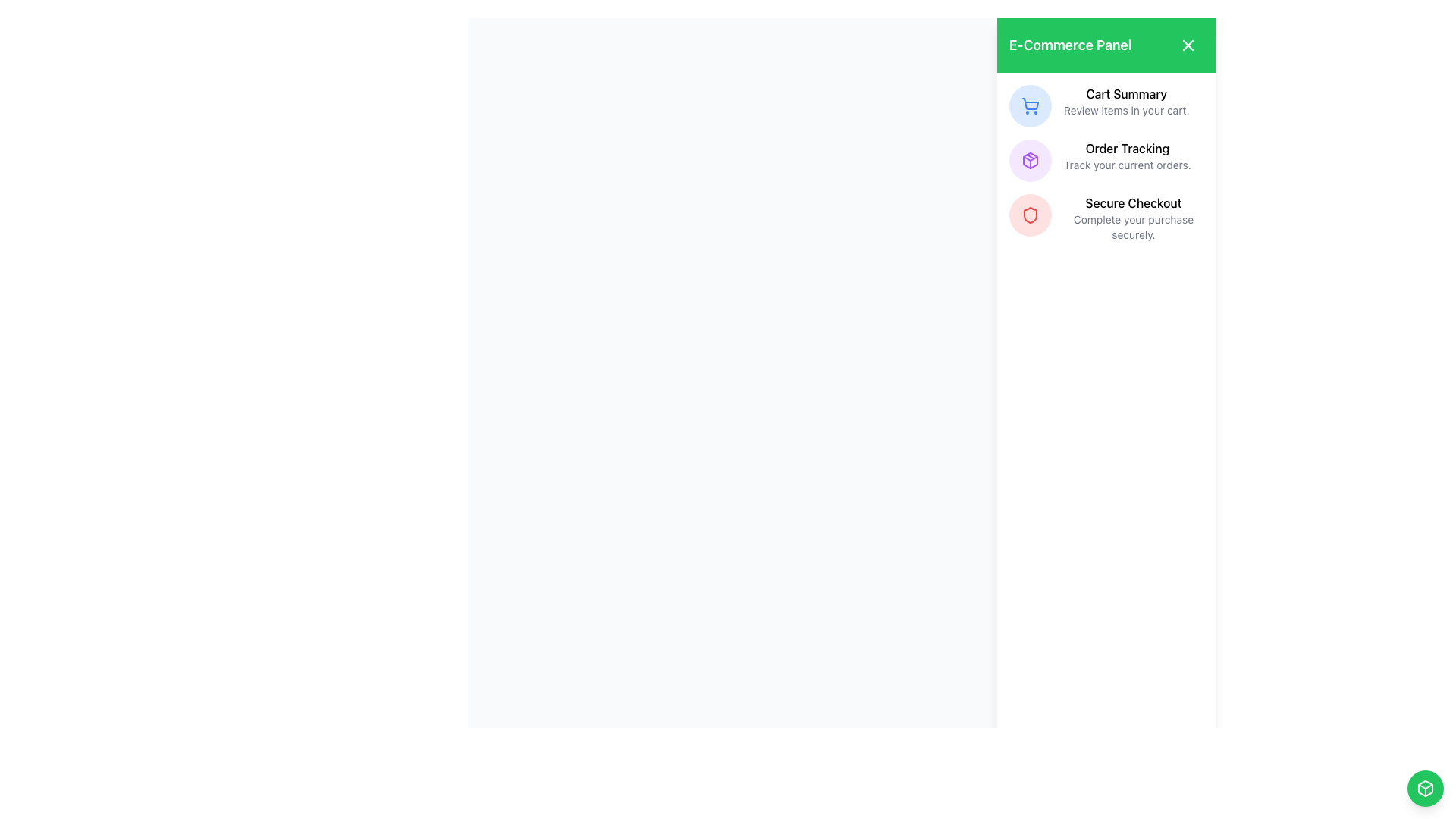 This screenshot has height=819, width=1456. Describe the element at coordinates (1030, 105) in the screenshot. I see `the blue shopping cart icon located in the top section of the E-Commerce Panel` at that location.